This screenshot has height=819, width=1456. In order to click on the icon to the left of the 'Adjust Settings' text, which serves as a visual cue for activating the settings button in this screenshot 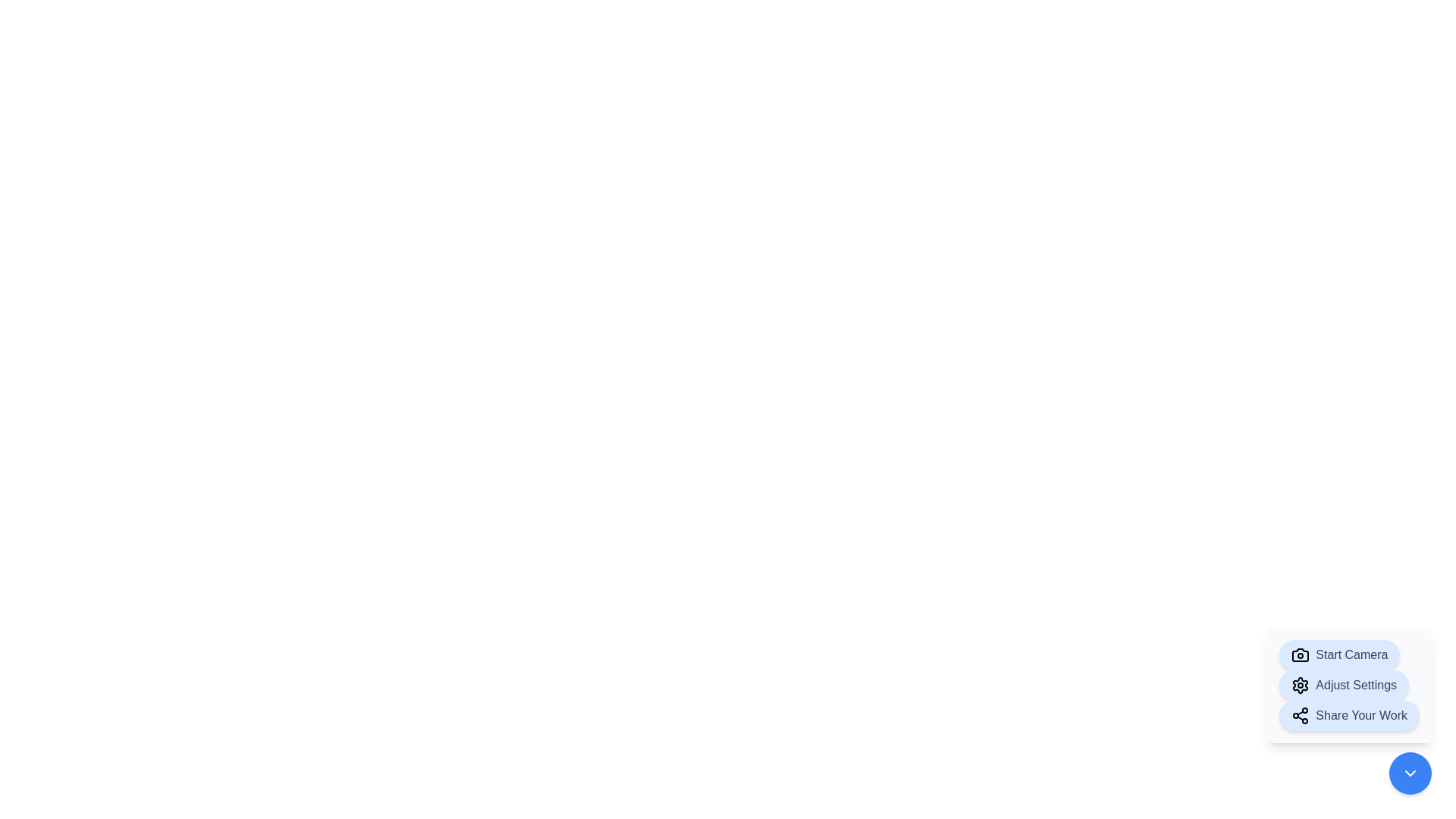, I will do `click(1300, 685)`.